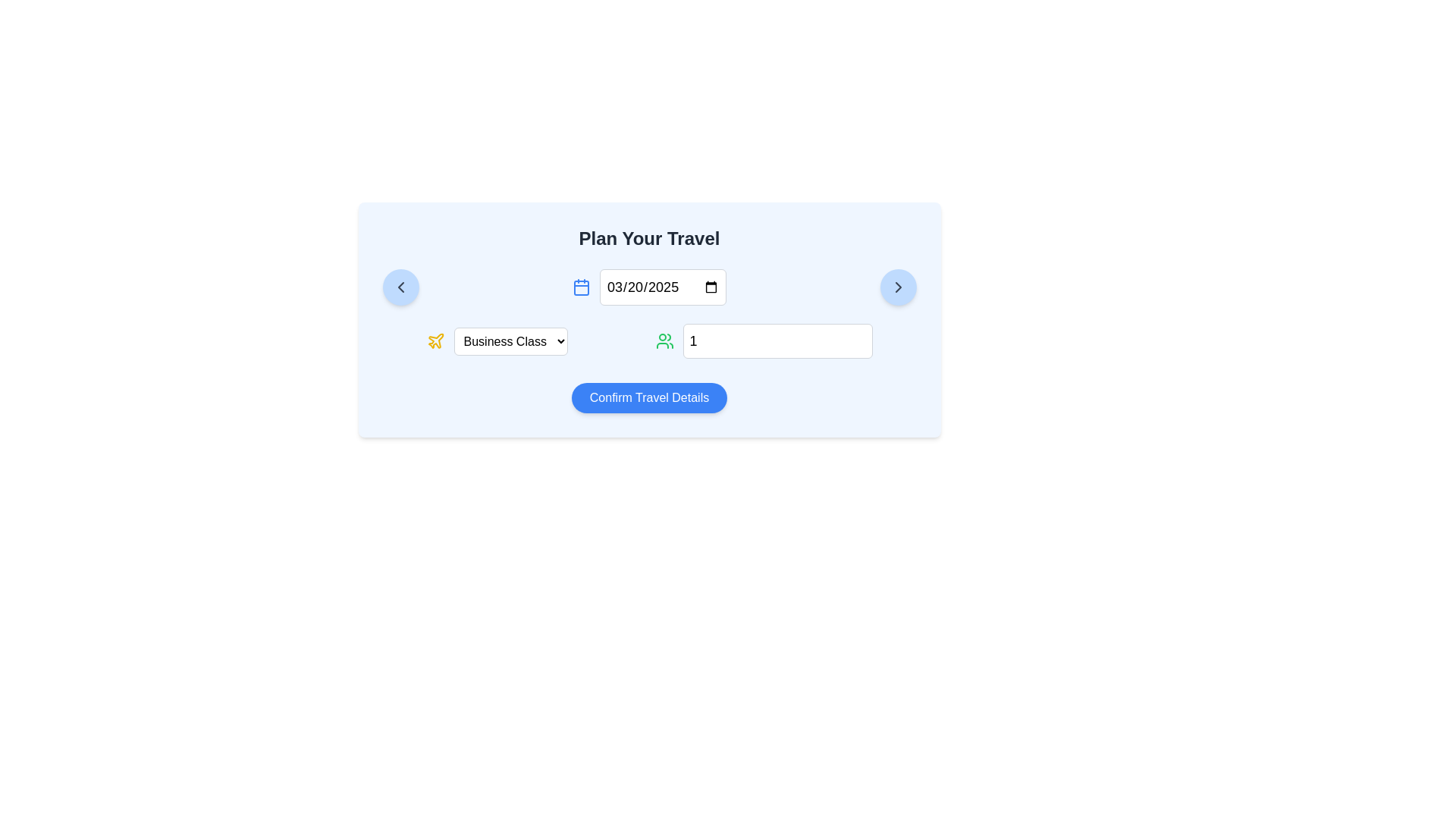 This screenshot has width=1456, height=819. I want to click on an option from the dropdown menu labeled 'Business Class' which is styled with a white background and light gray border, located in the 'Plan Your Travel' section, so click(510, 341).